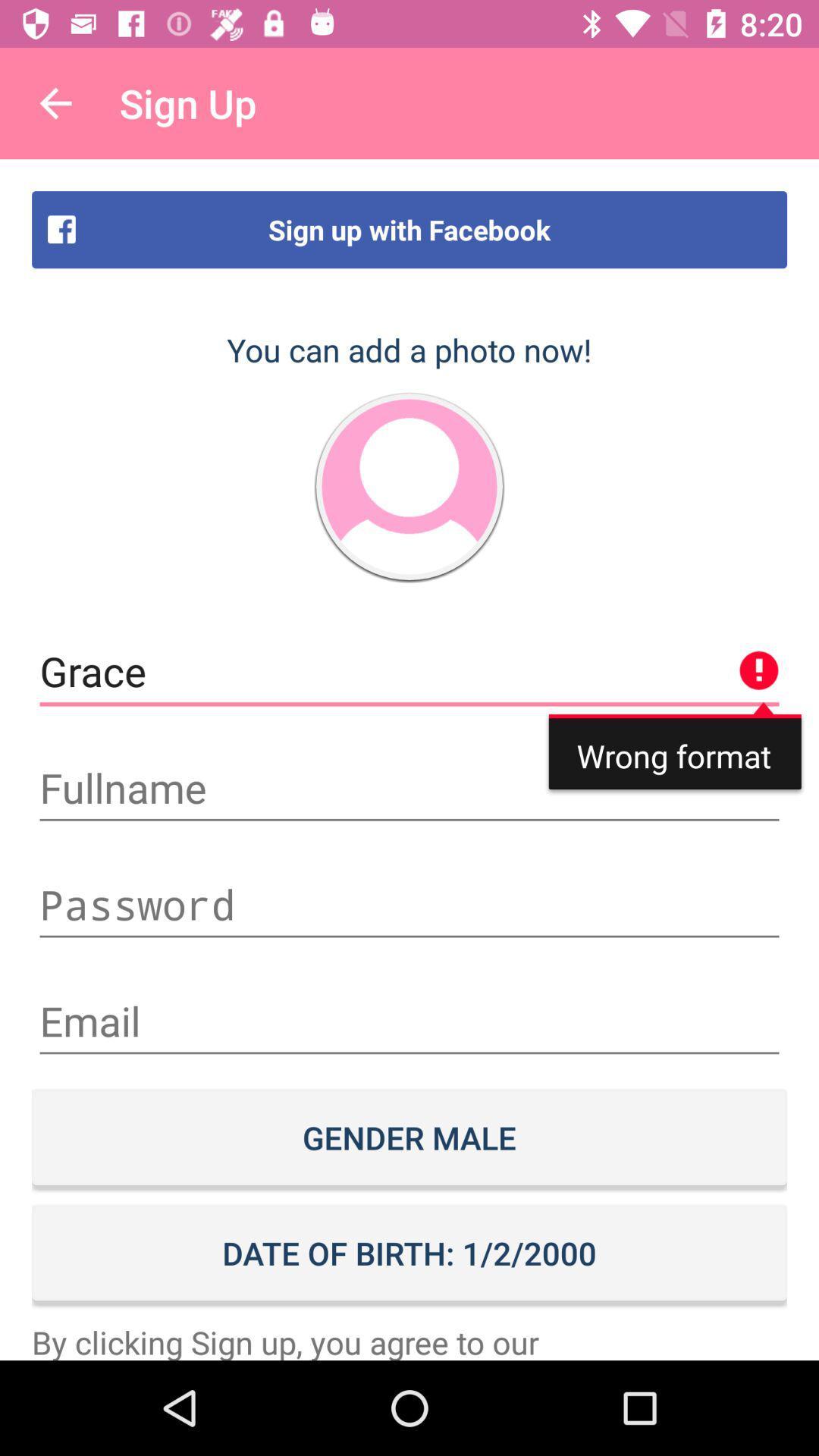 The height and width of the screenshot is (1456, 819). Describe the element at coordinates (409, 905) in the screenshot. I see `password` at that location.